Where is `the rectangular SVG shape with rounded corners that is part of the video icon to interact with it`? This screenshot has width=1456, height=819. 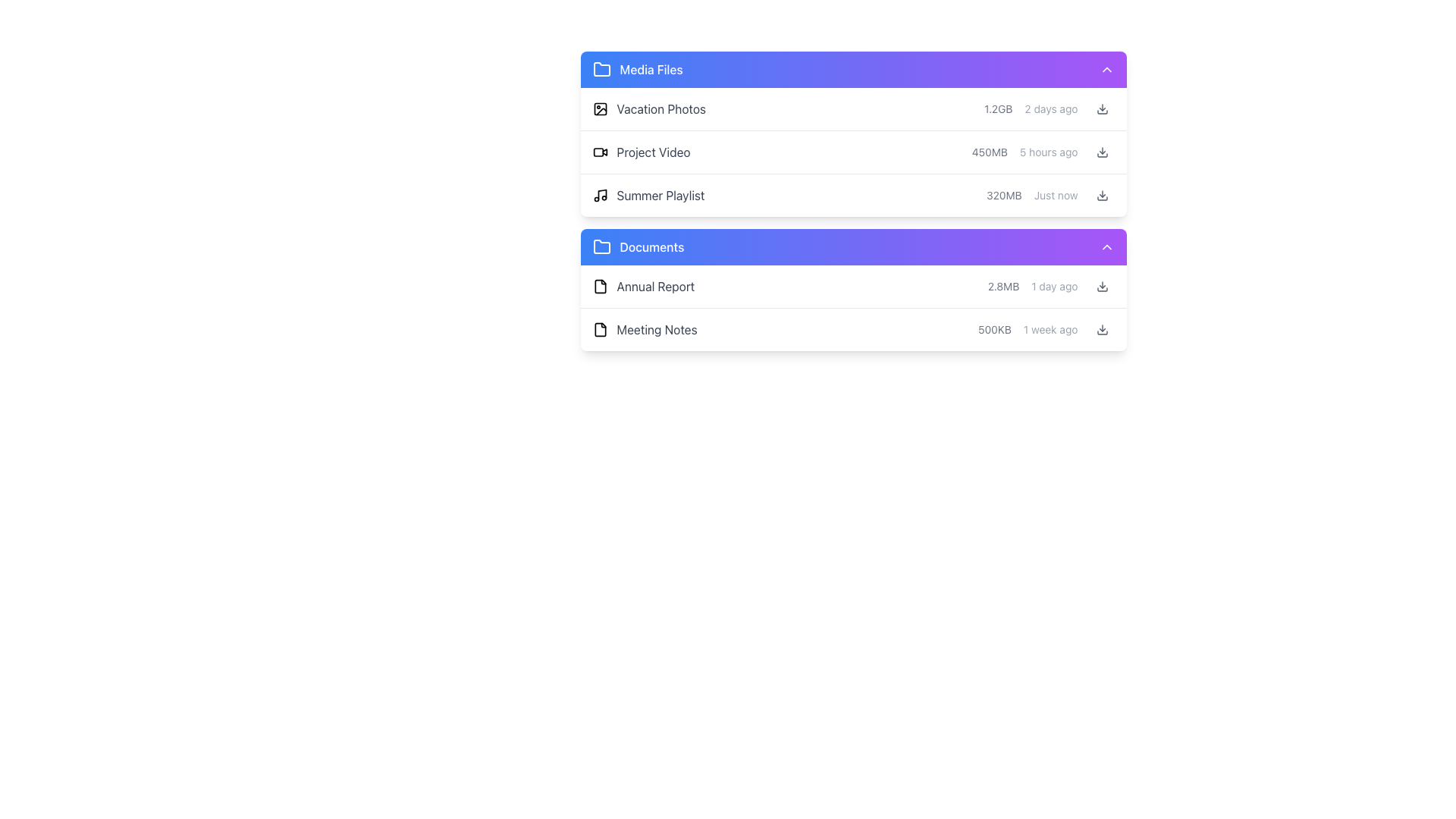
the rectangular SVG shape with rounded corners that is part of the video icon to interact with it is located at coordinates (597, 152).